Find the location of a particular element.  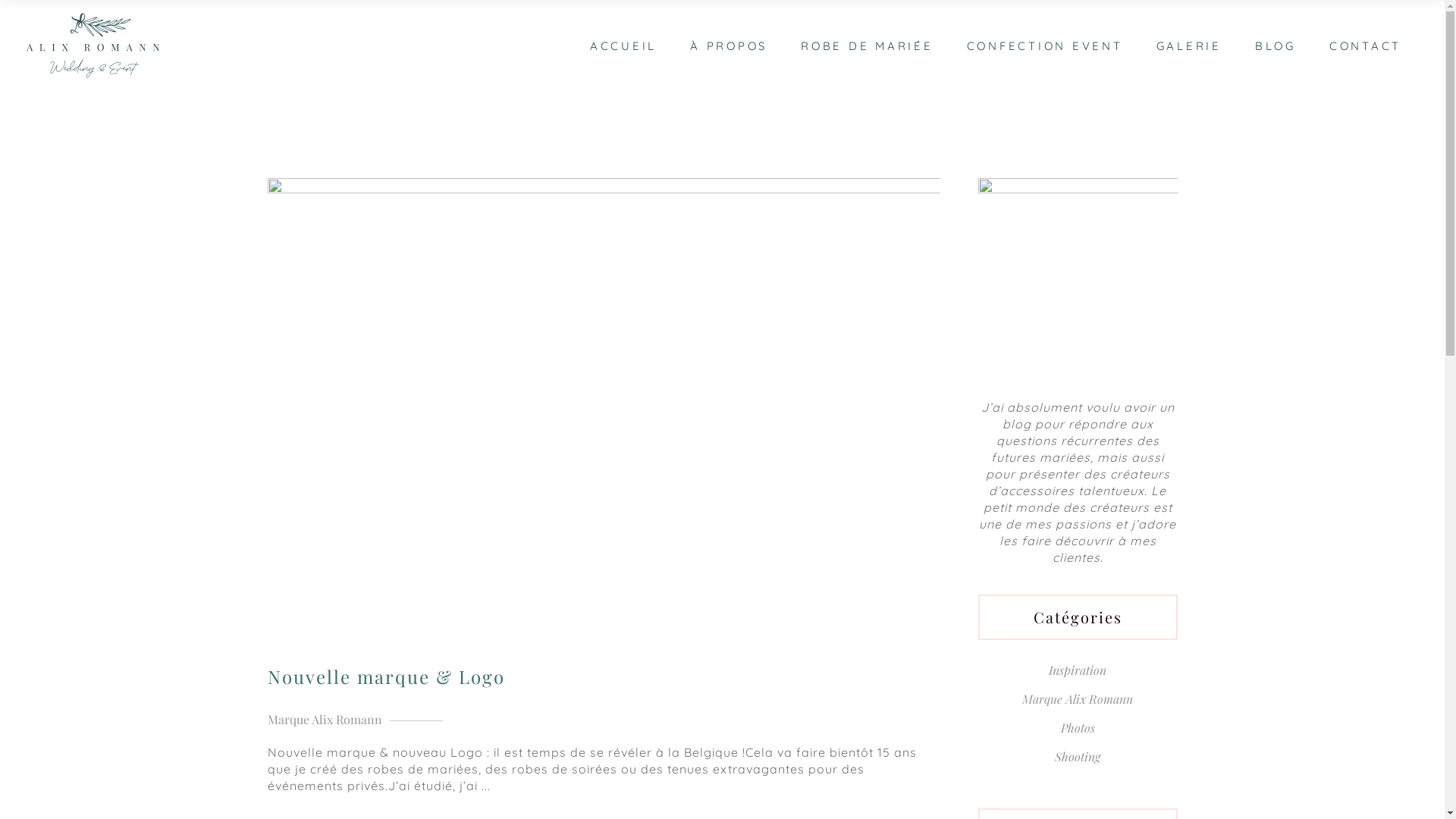

'Nouvelle marque & Logo' is located at coordinates (385, 675).